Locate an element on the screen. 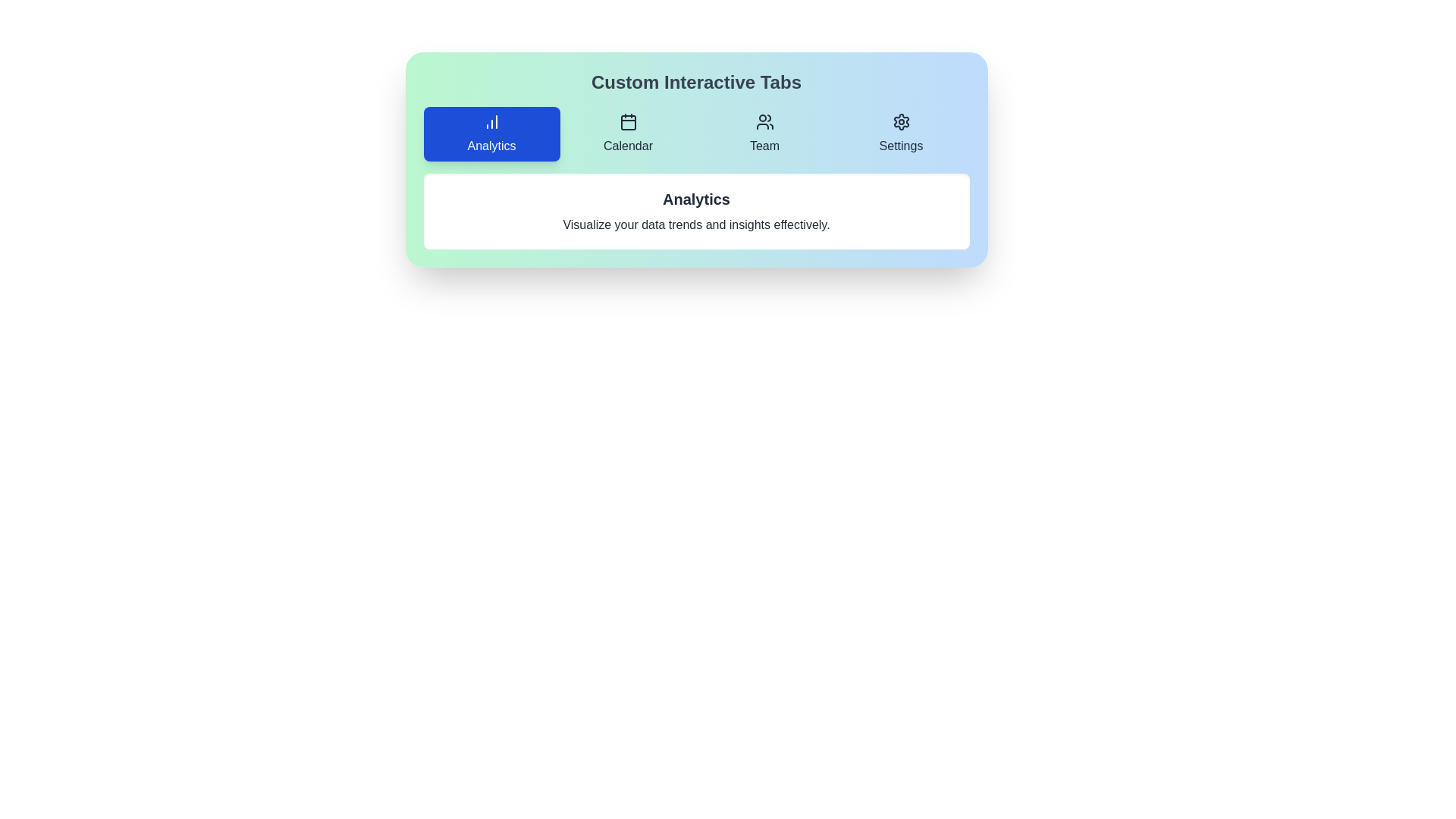 Image resolution: width=1456 pixels, height=819 pixels. the gear icon on the far-right side of the tab menu is located at coordinates (901, 121).